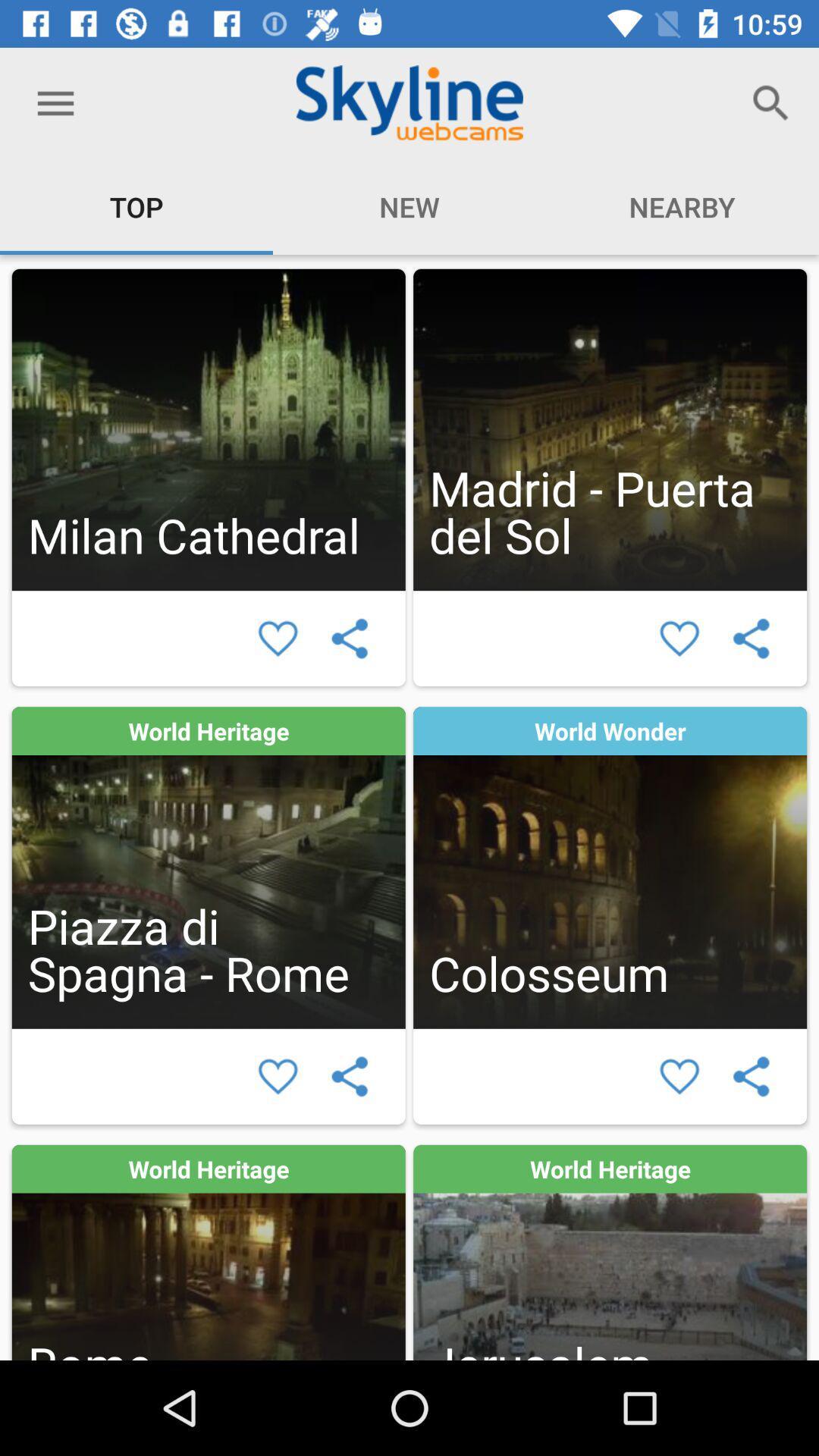 This screenshot has width=819, height=1456. I want to click on connect to others, so click(751, 639).